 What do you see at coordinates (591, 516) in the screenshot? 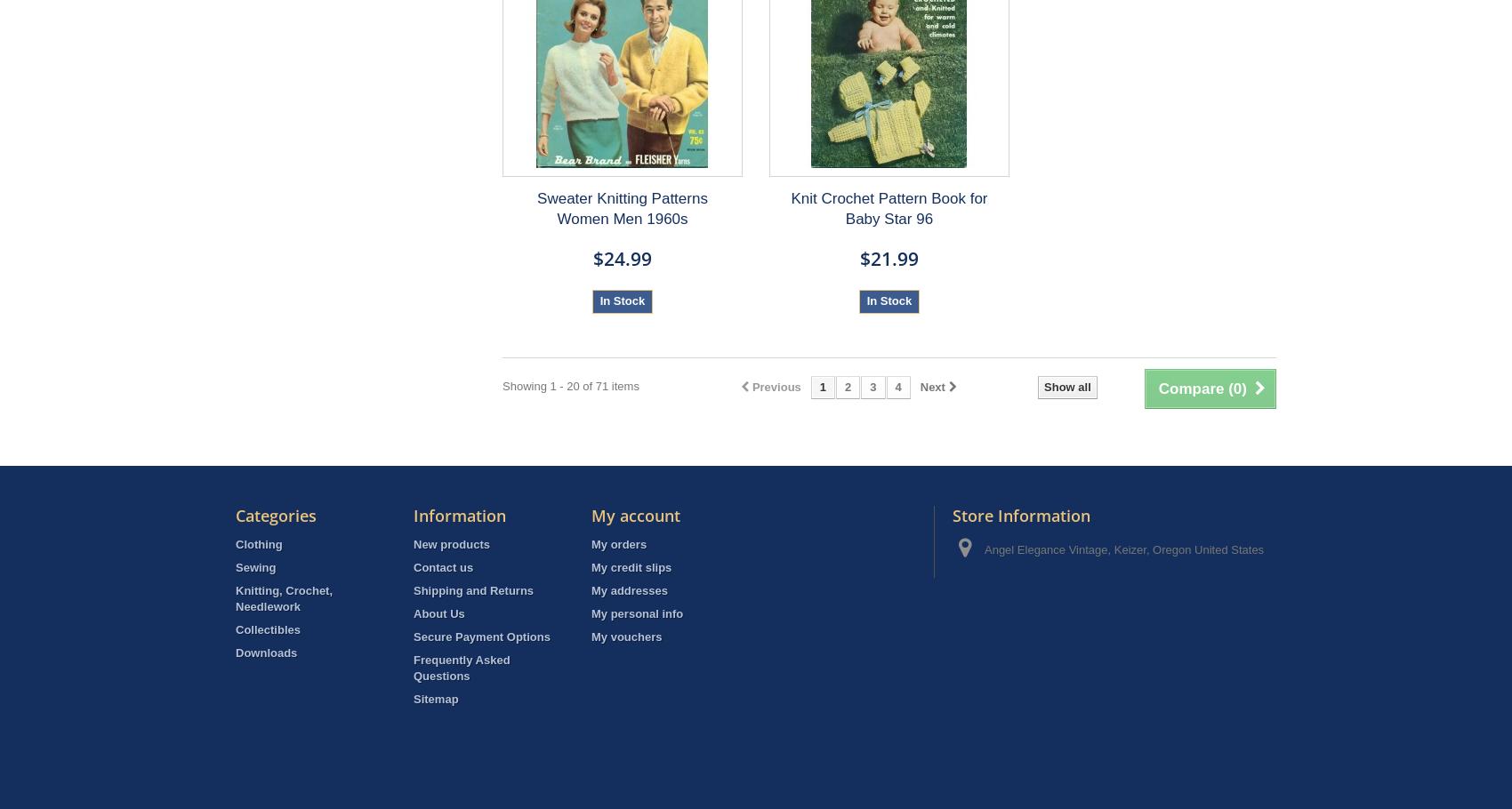
I see `'My account'` at bounding box center [591, 516].